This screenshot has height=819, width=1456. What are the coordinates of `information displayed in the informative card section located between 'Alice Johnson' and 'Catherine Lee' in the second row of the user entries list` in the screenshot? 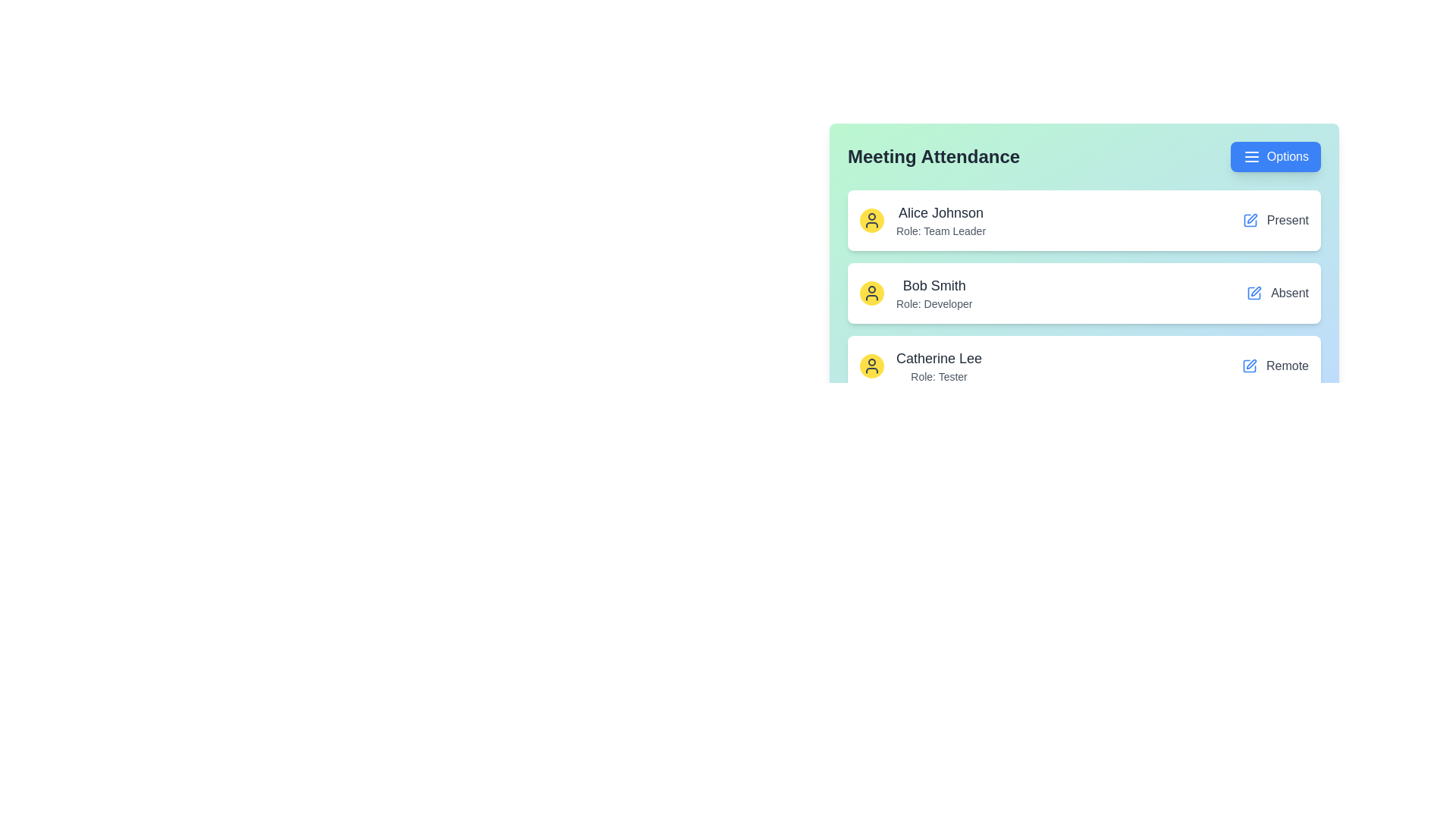 It's located at (915, 293).